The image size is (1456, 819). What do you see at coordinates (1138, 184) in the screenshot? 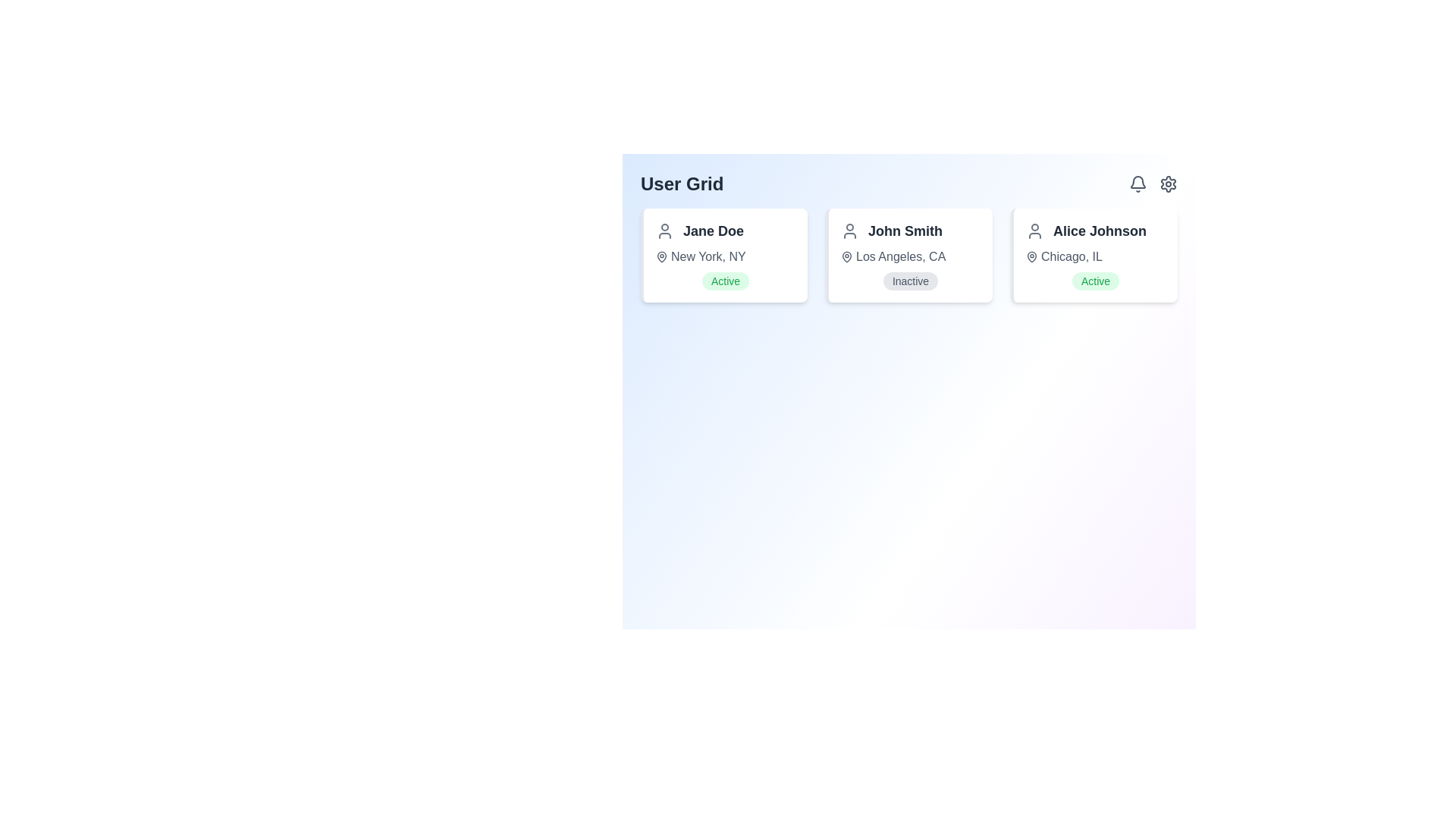
I see `the bell icon located in the top-right corner of the application` at bounding box center [1138, 184].